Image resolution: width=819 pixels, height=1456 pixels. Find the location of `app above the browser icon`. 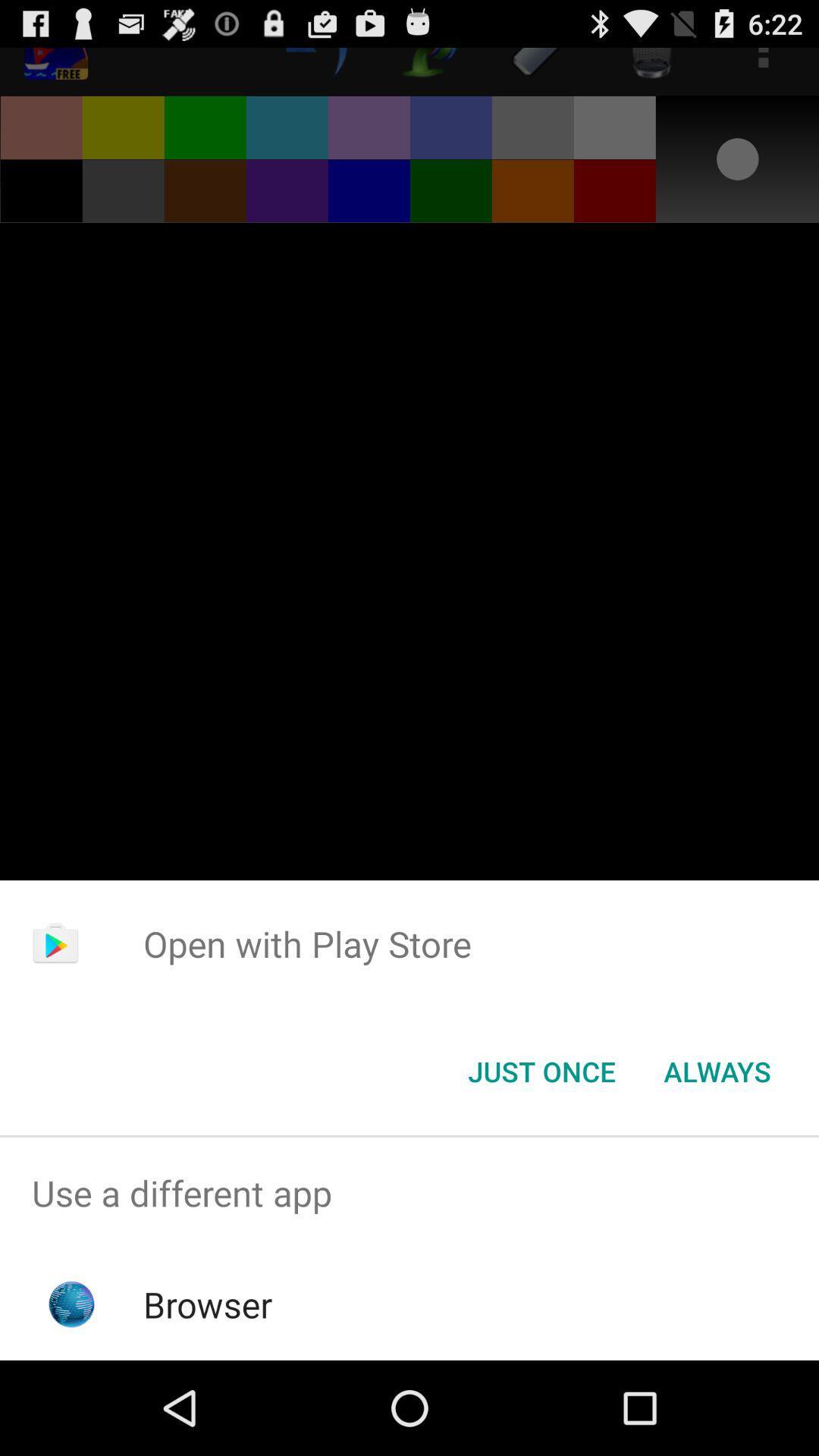

app above the browser icon is located at coordinates (409, 1192).